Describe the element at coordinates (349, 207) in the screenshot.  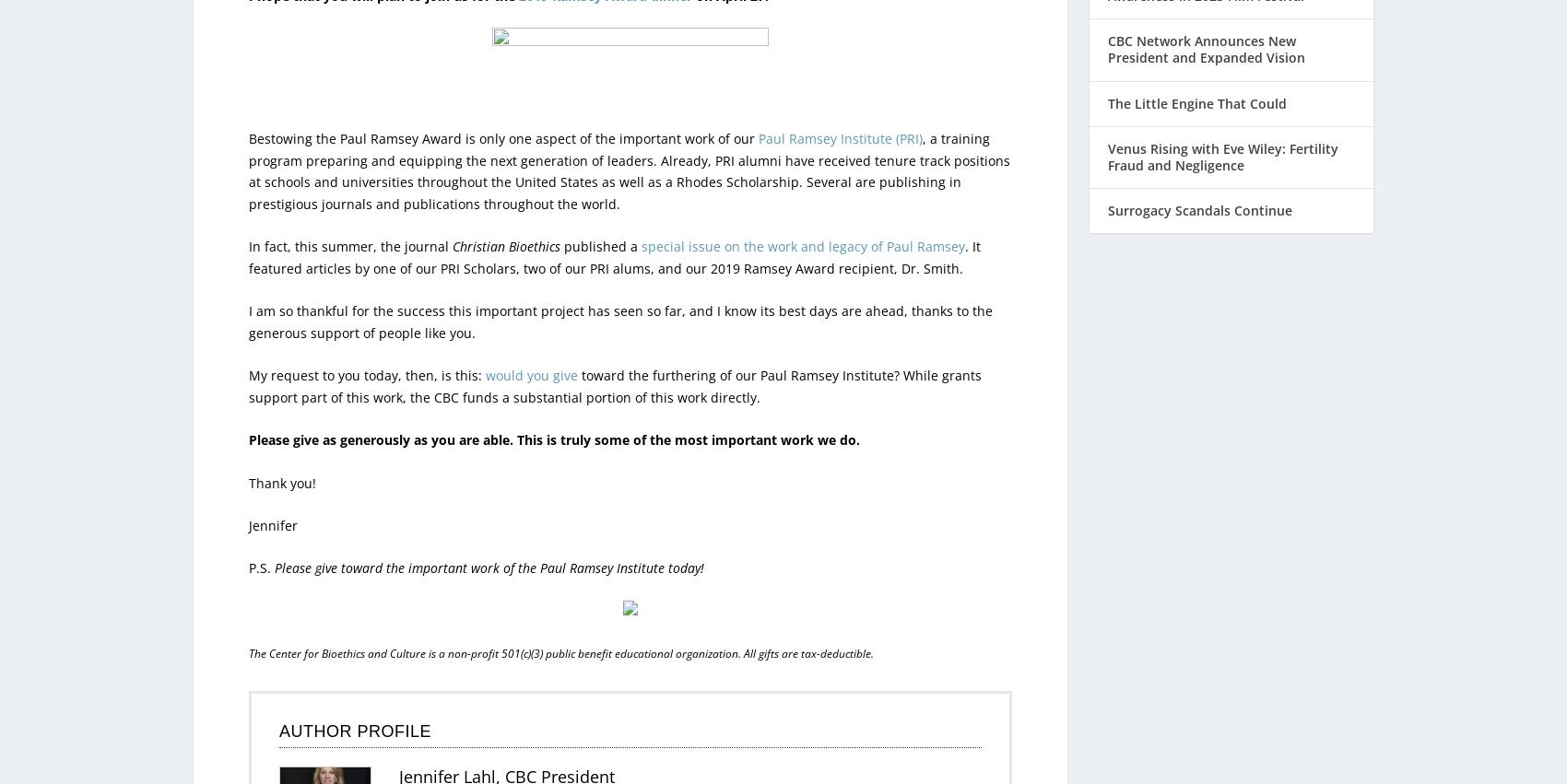
I see `'In fact, this summer, the journal'` at that location.